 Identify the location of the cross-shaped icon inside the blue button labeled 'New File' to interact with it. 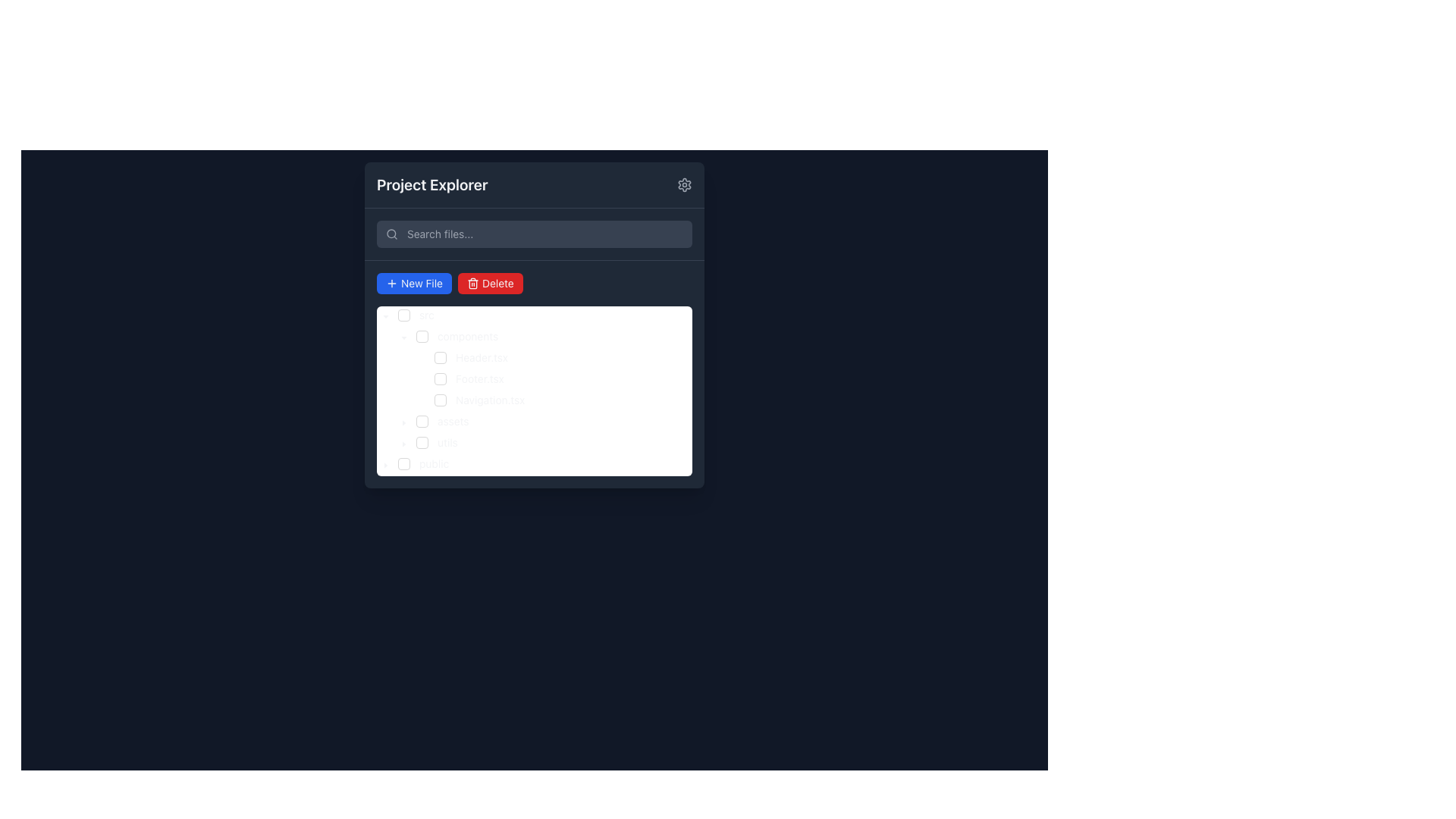
(392, 284).